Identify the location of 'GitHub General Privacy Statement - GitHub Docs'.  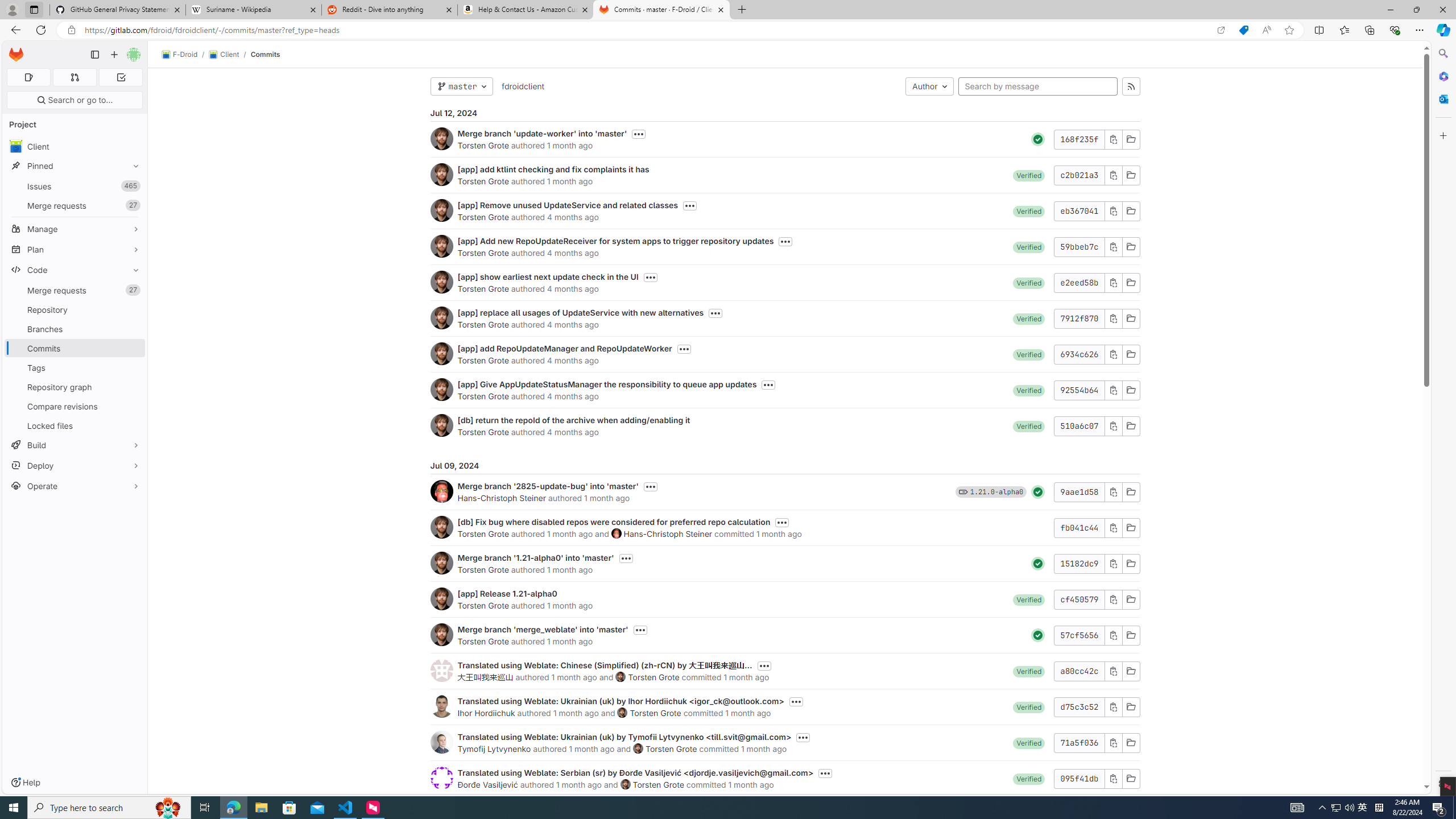
(118, 9).